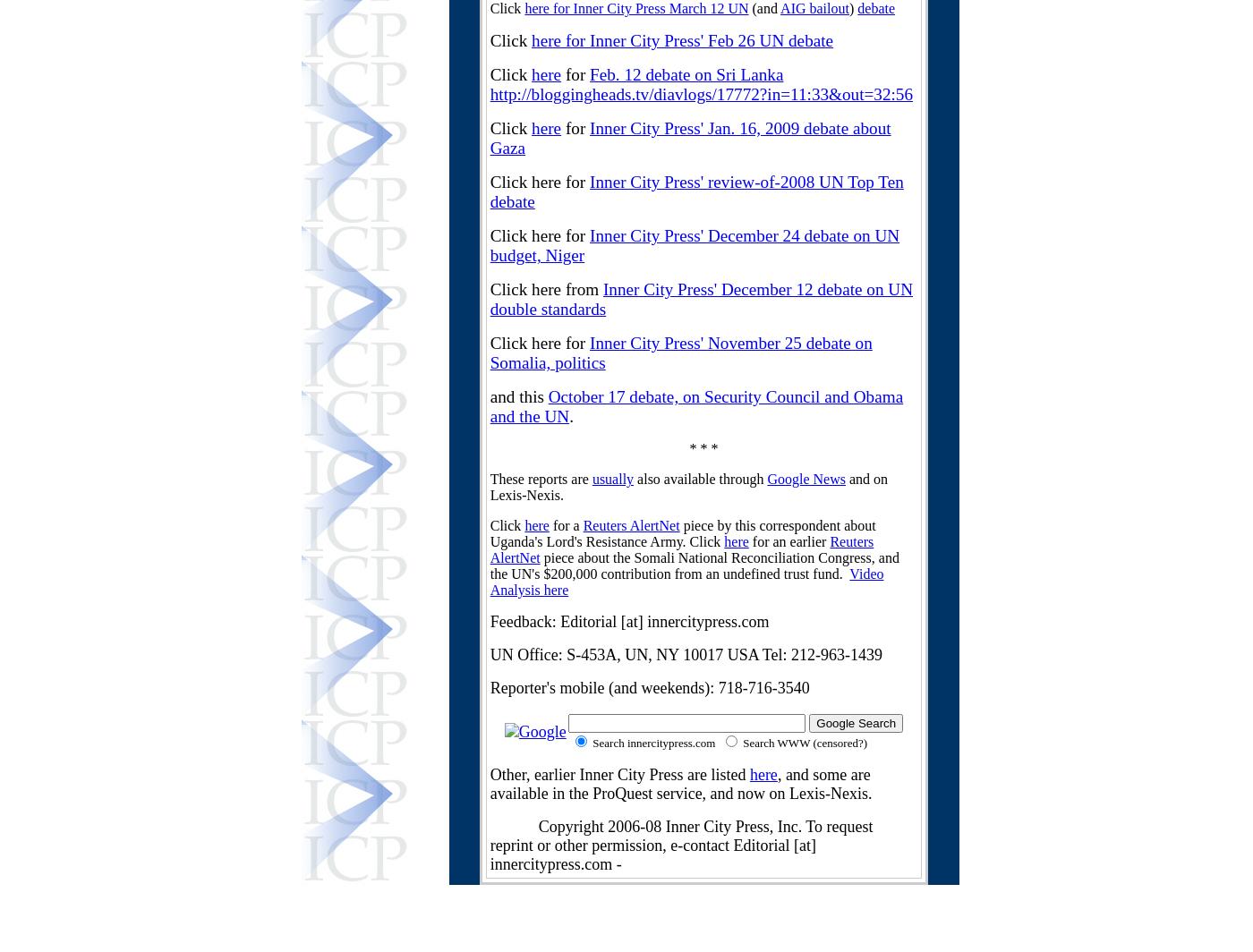 This screenshot has width=1253, height=952. Describe the element at coordinates (694, 541) in the screenshot. I see `'C'` at that location.